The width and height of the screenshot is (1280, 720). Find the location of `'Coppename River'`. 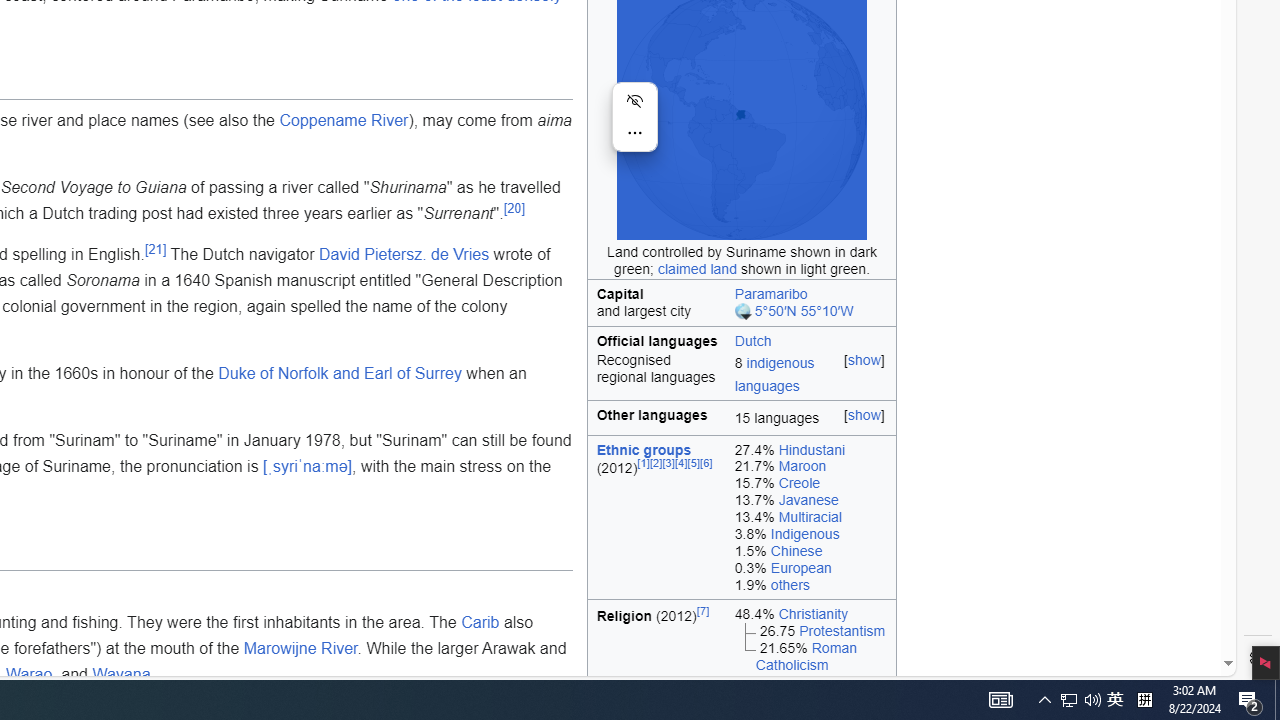

'Coppename River' is located at coordinates (344, 119).